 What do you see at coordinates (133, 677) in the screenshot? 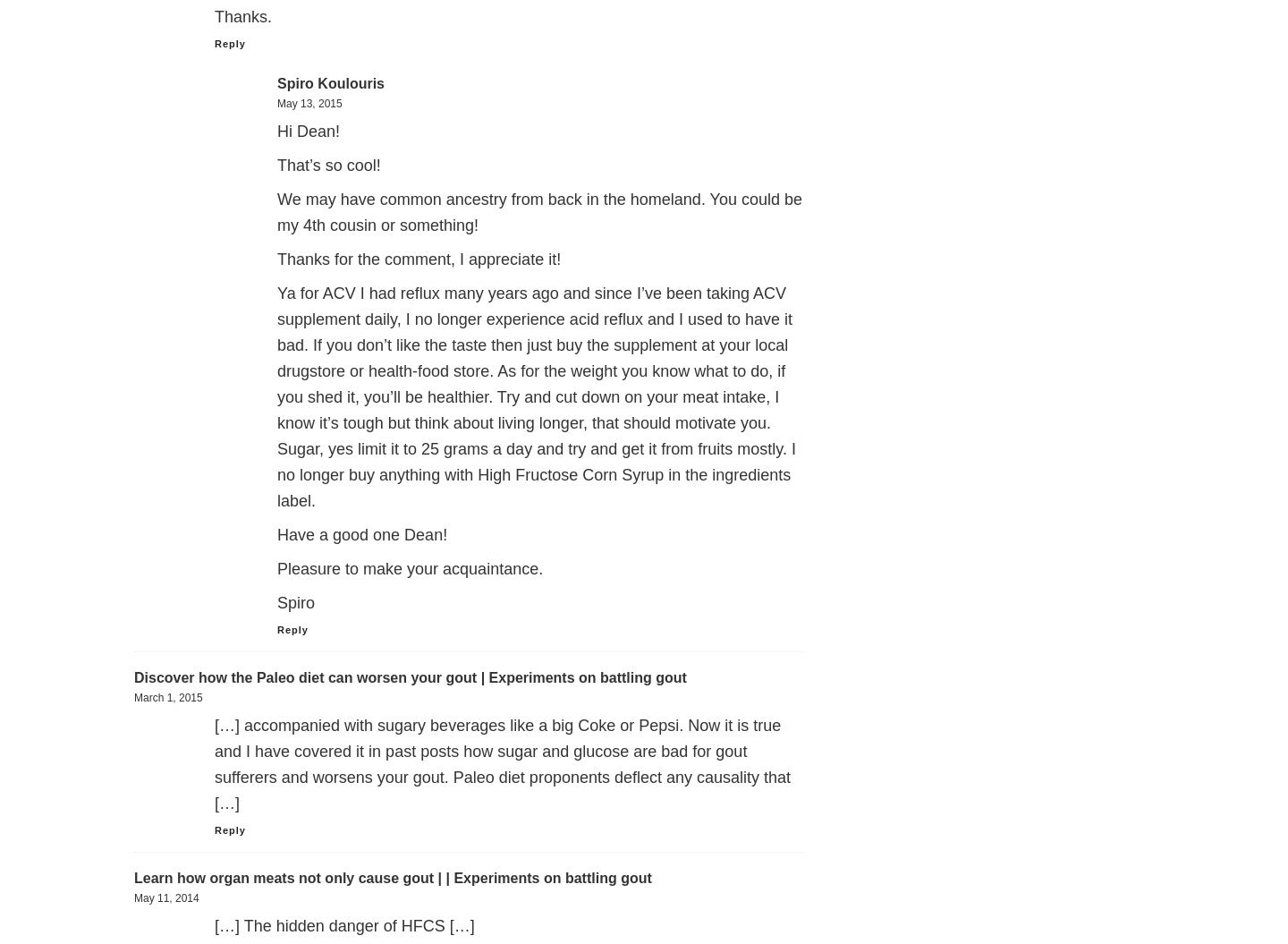
I see `'Discover how the Paleo diet can worsen your gout | Experiments on battling gout'` at bounding box center [133, 677].